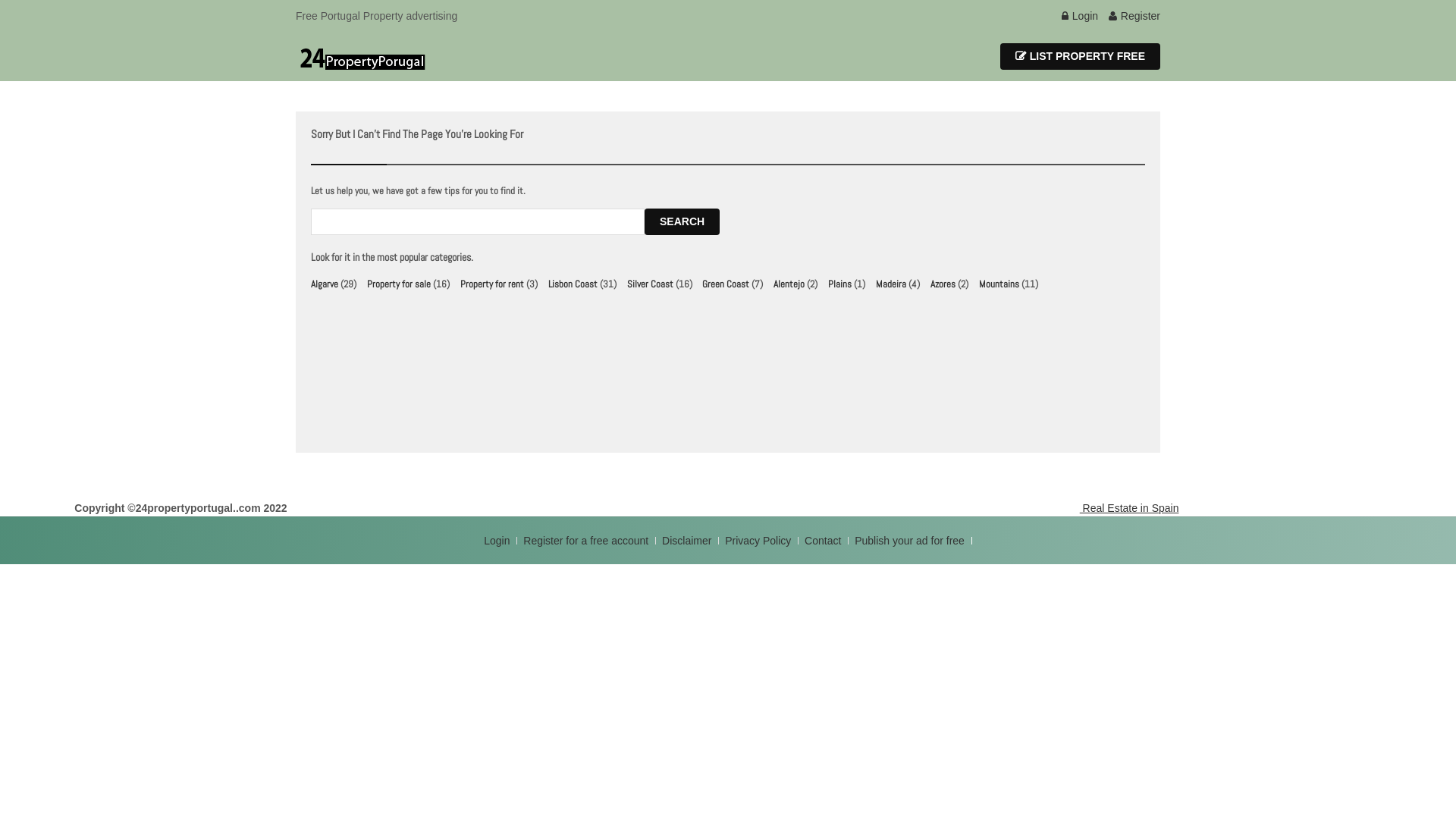 This screenshot has height=819, width=1456. Describe the element at coordinates (999, 284) in the screenshot. I see `'Mountains'` at that location.